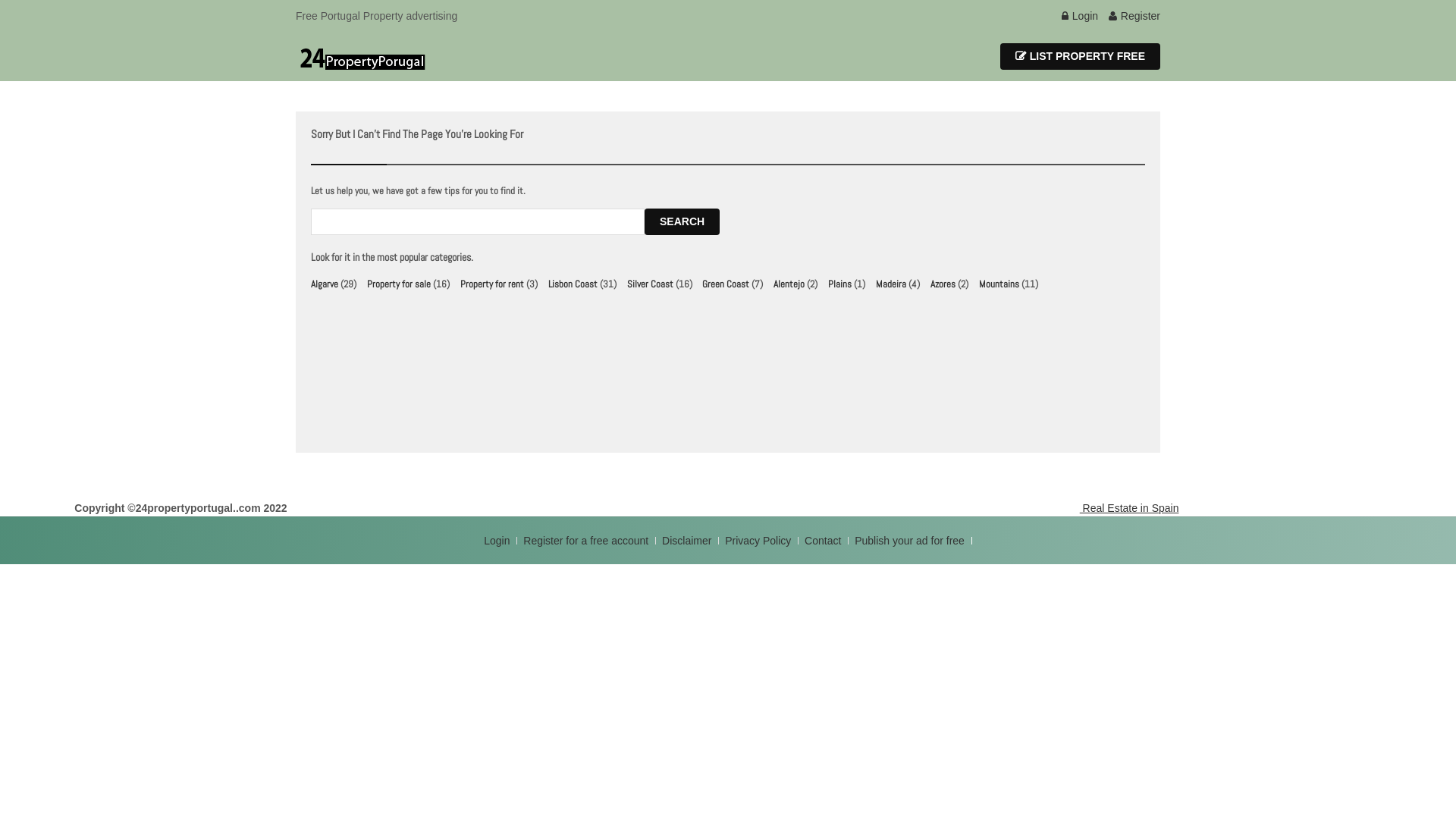 This screenshot has height=819, width=1456. Describe the element at coordinates (999, 284) in the screenshot. I see `'Mountains'` at that location.